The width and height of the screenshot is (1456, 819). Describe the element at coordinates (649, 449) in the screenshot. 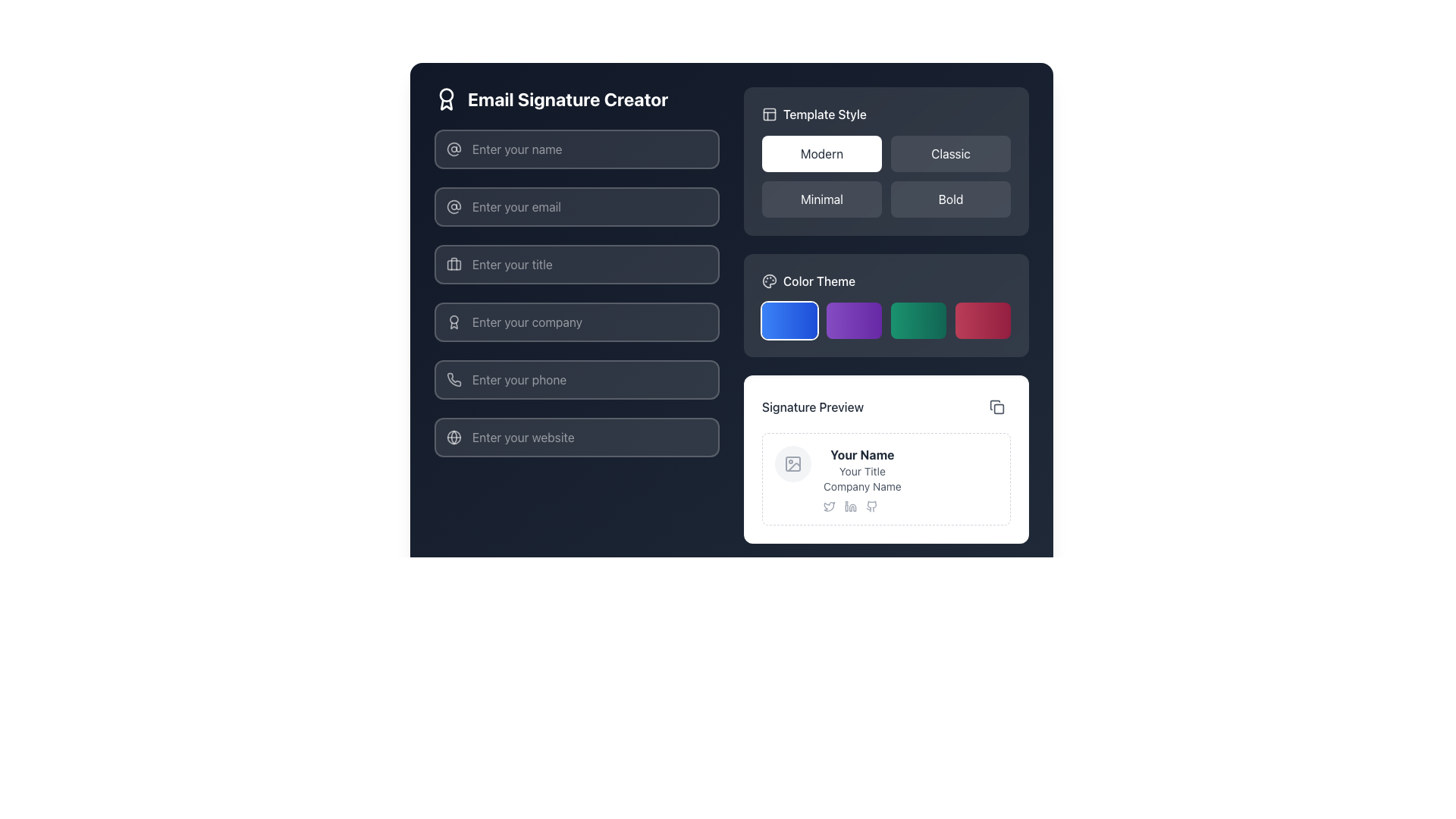

I see `additional details about the warning by clicking on the warning icon located to the right of the 'Enter your website' input field` at that location.